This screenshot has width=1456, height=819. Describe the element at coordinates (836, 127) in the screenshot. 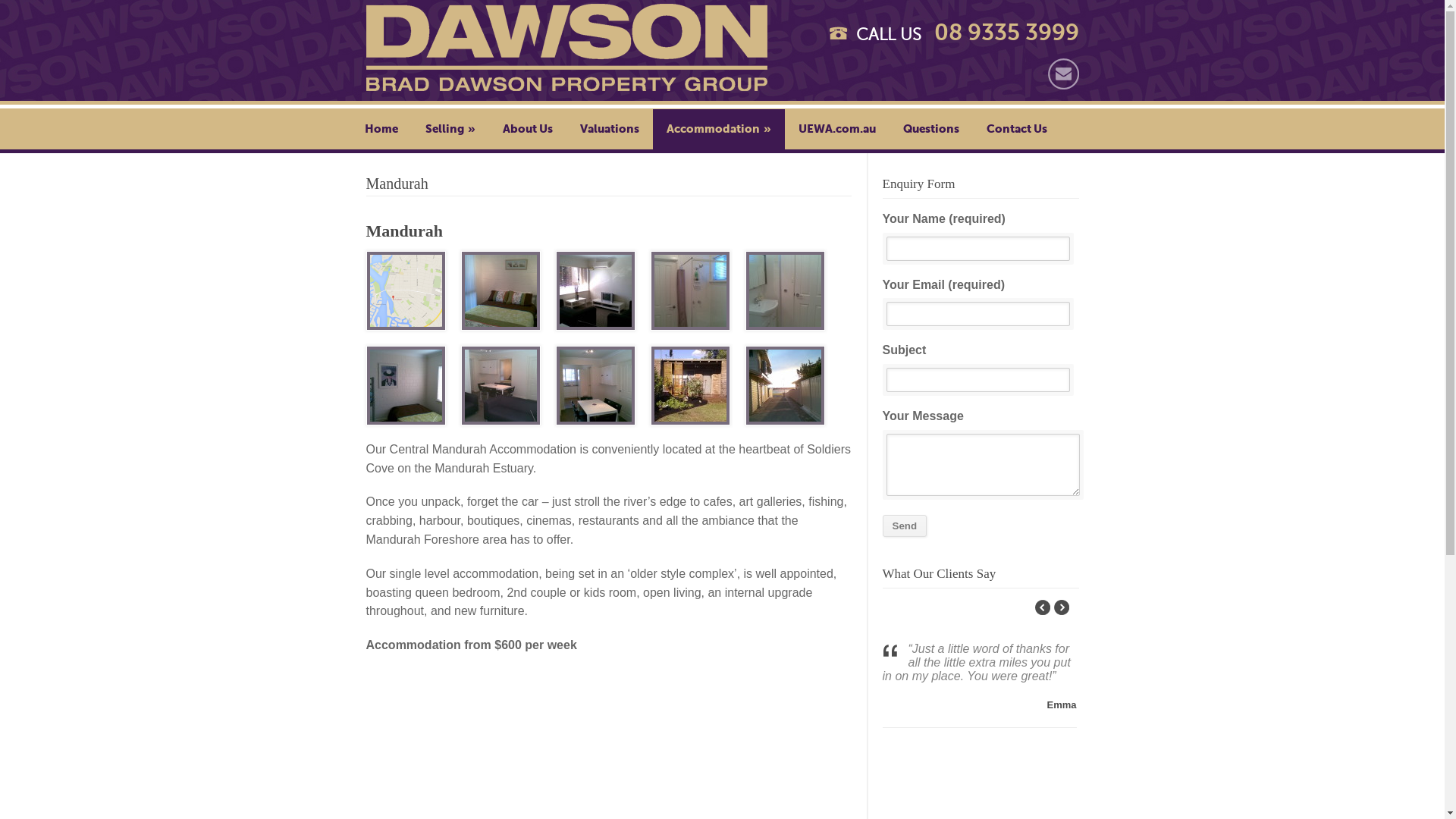

I see `'UEWA.com.au'` at that location.